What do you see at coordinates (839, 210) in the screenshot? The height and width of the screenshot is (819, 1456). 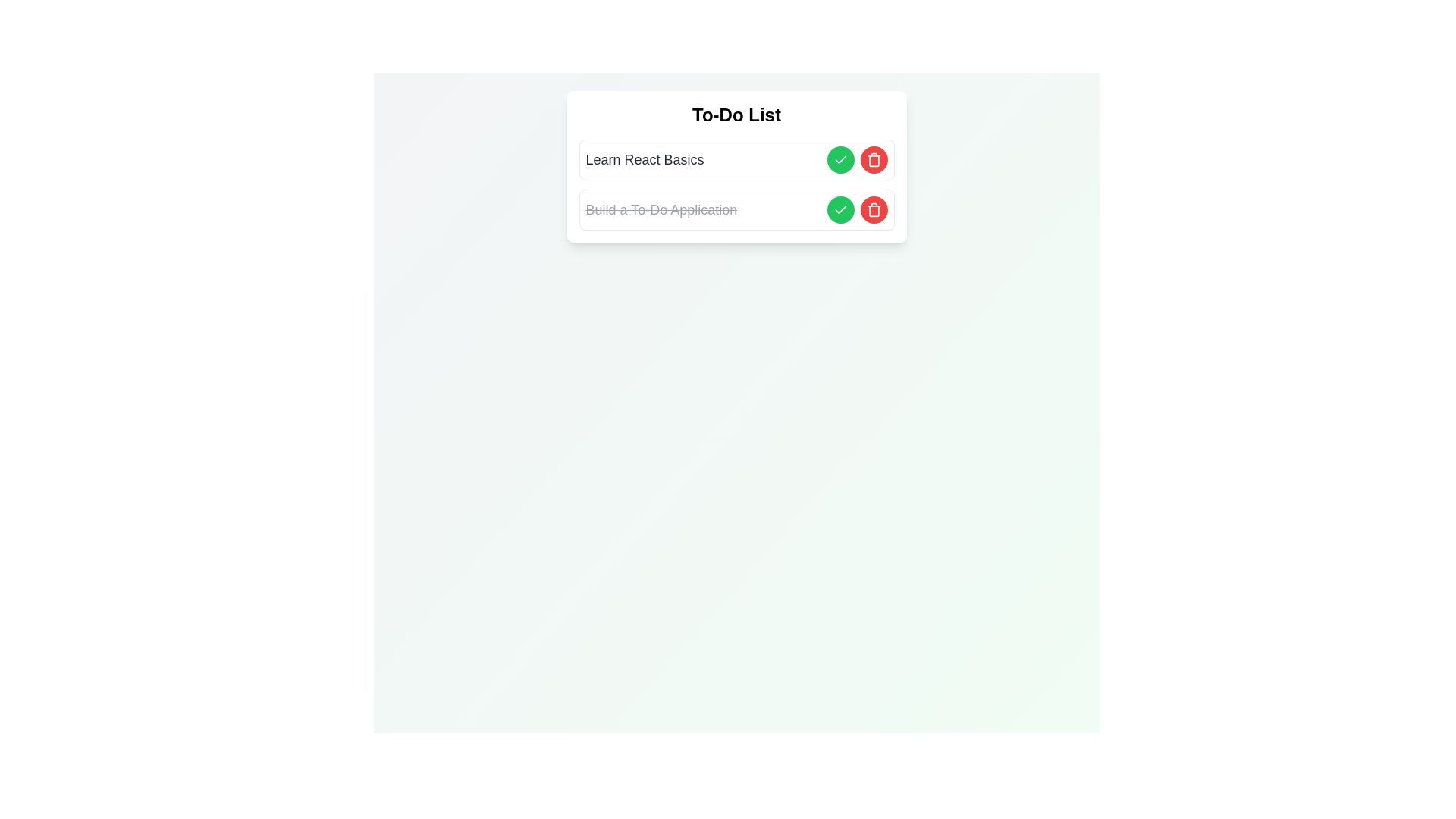 I see `the green button to the right of the task item labeled 'Build a To-Do Application' to mark the task as completed` at bounding box center [839, 210].